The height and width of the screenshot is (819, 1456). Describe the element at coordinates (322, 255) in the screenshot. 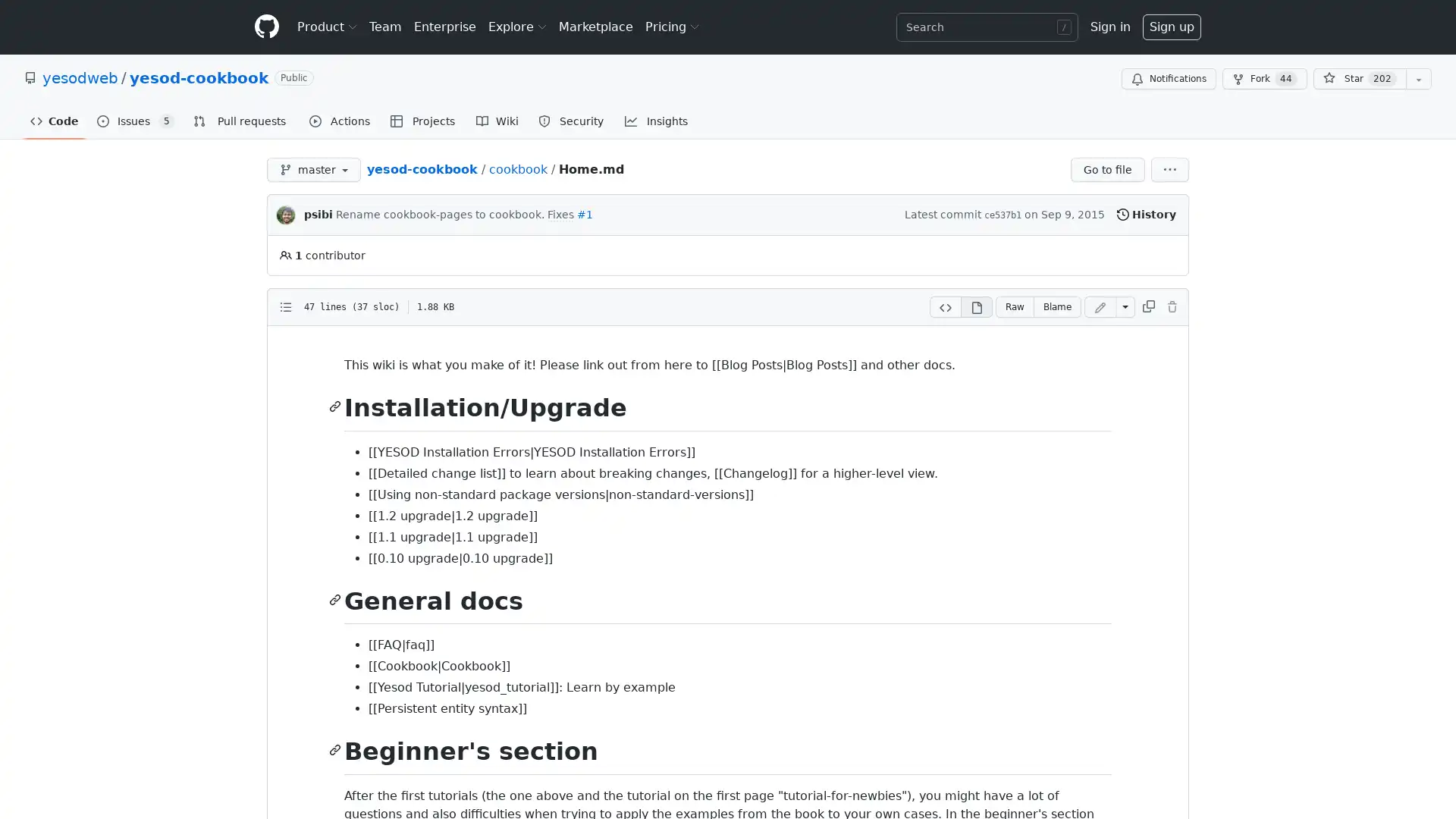

I see `1 contributor` at that location.